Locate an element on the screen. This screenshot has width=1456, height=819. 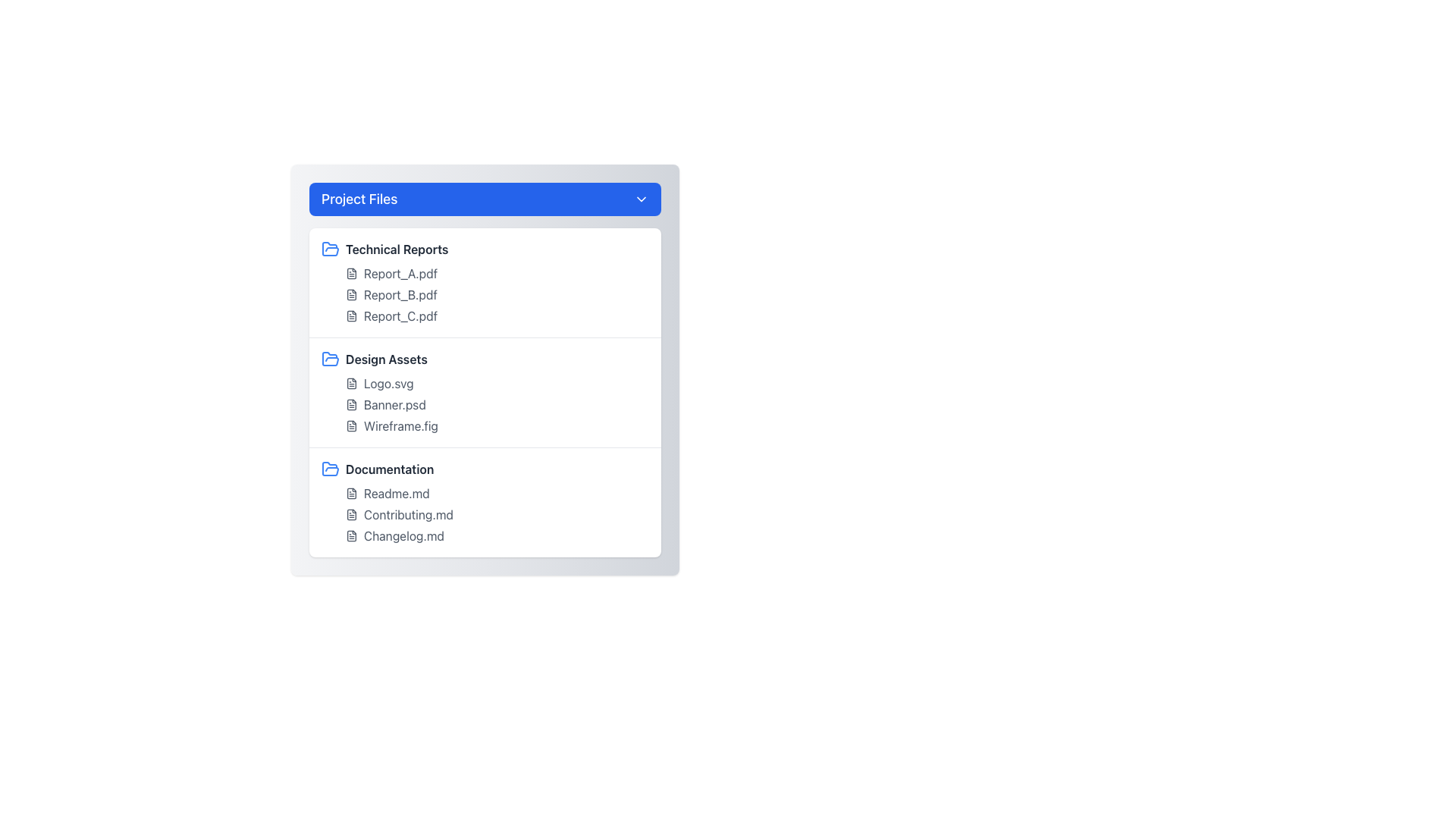
the open folder icon located beside the text label 'Design Assets' in the file explorer interface is located at coordinates (330, 359).